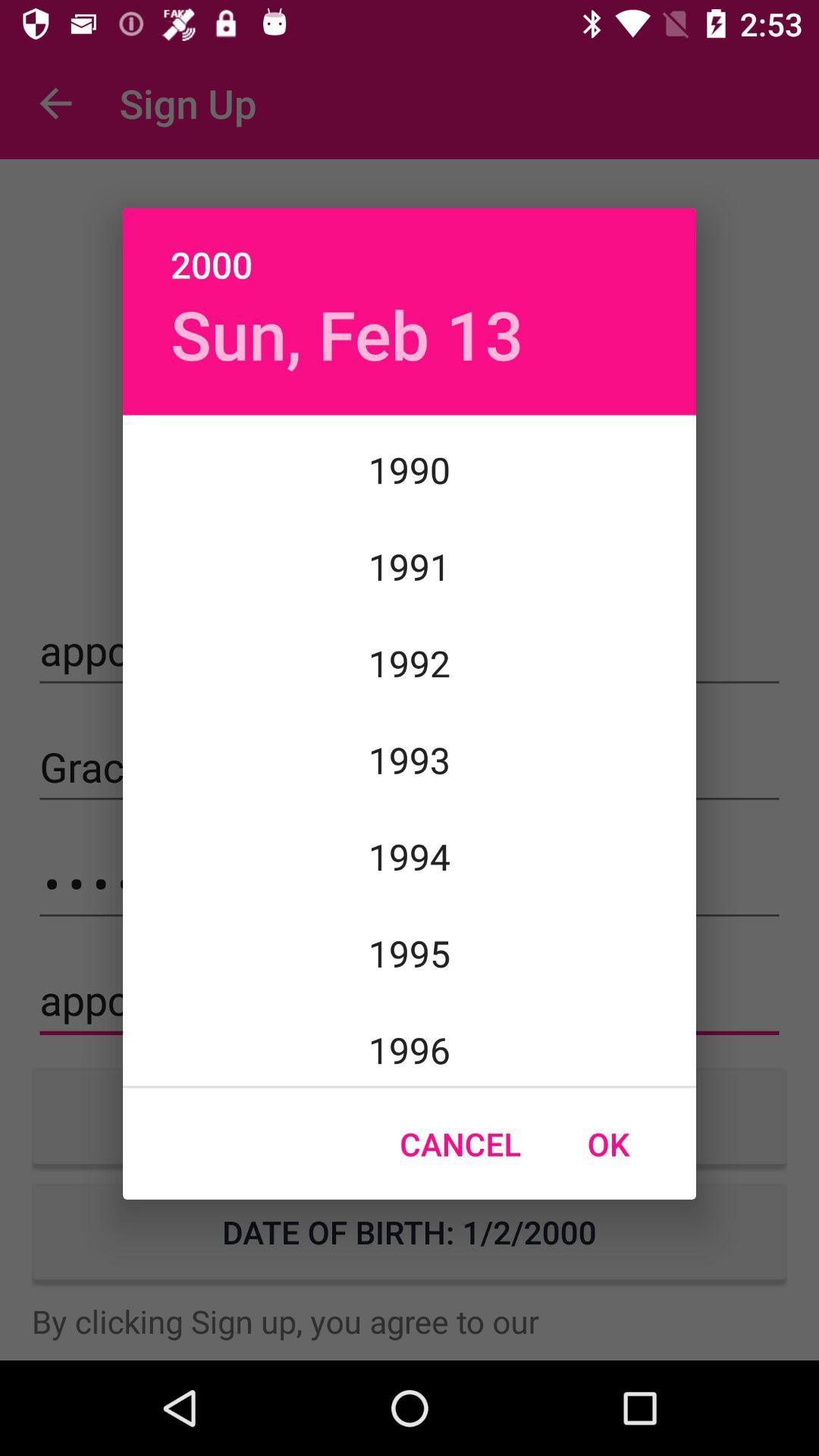  What do you see at coordinates (460, 1144) in the screenshot?
I see `the cancel item` at bounding box center [460, 1144].